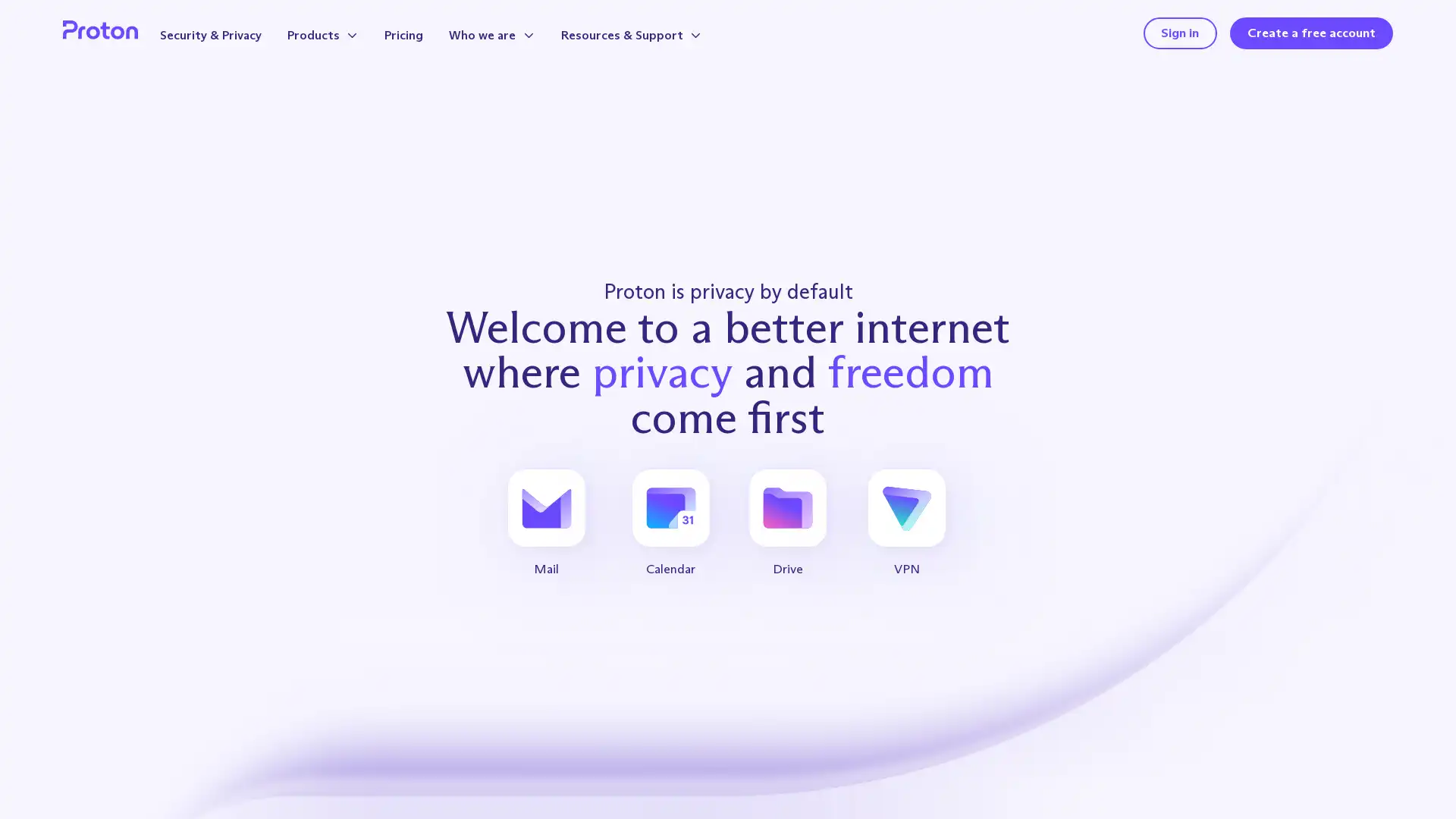  What do you see at coordinates (344, 39) in the screenshot?
I see `Products` at bounding box center [344, 39].